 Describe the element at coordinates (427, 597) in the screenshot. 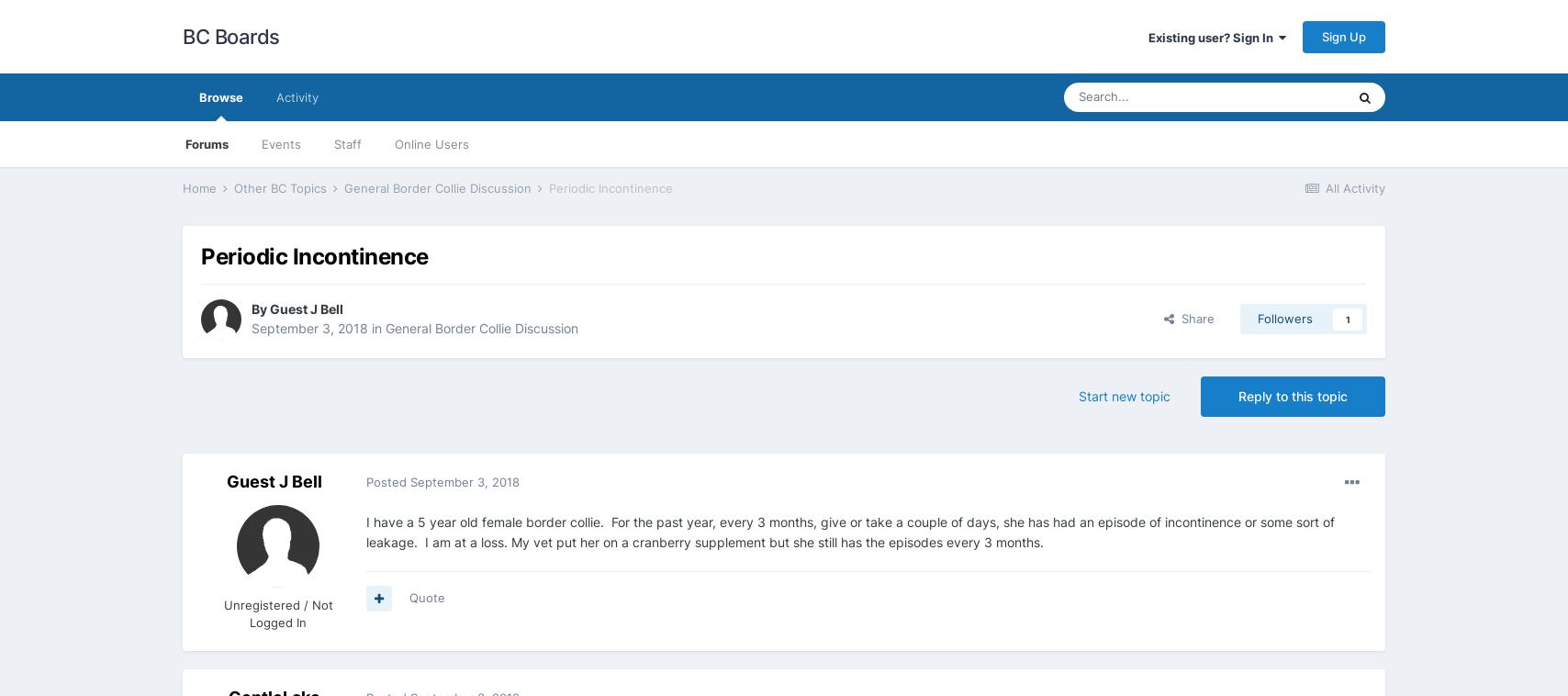

I see `'Quote'` at that location.